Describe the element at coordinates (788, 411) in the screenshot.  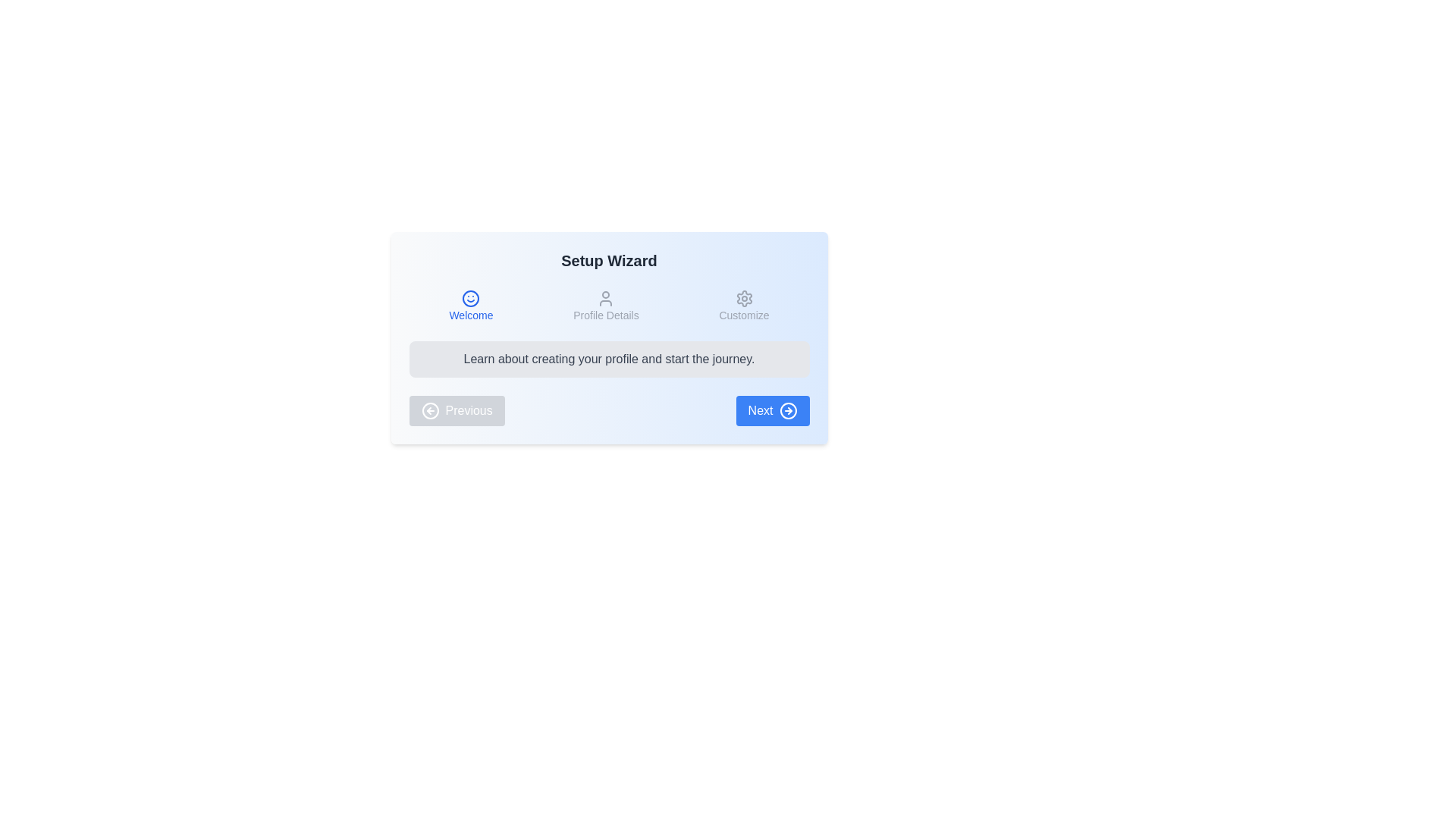
I see `the circular SVG element representing the background of the arrow icon within the 'Next' button located towards the lower right of the layout` at that location.